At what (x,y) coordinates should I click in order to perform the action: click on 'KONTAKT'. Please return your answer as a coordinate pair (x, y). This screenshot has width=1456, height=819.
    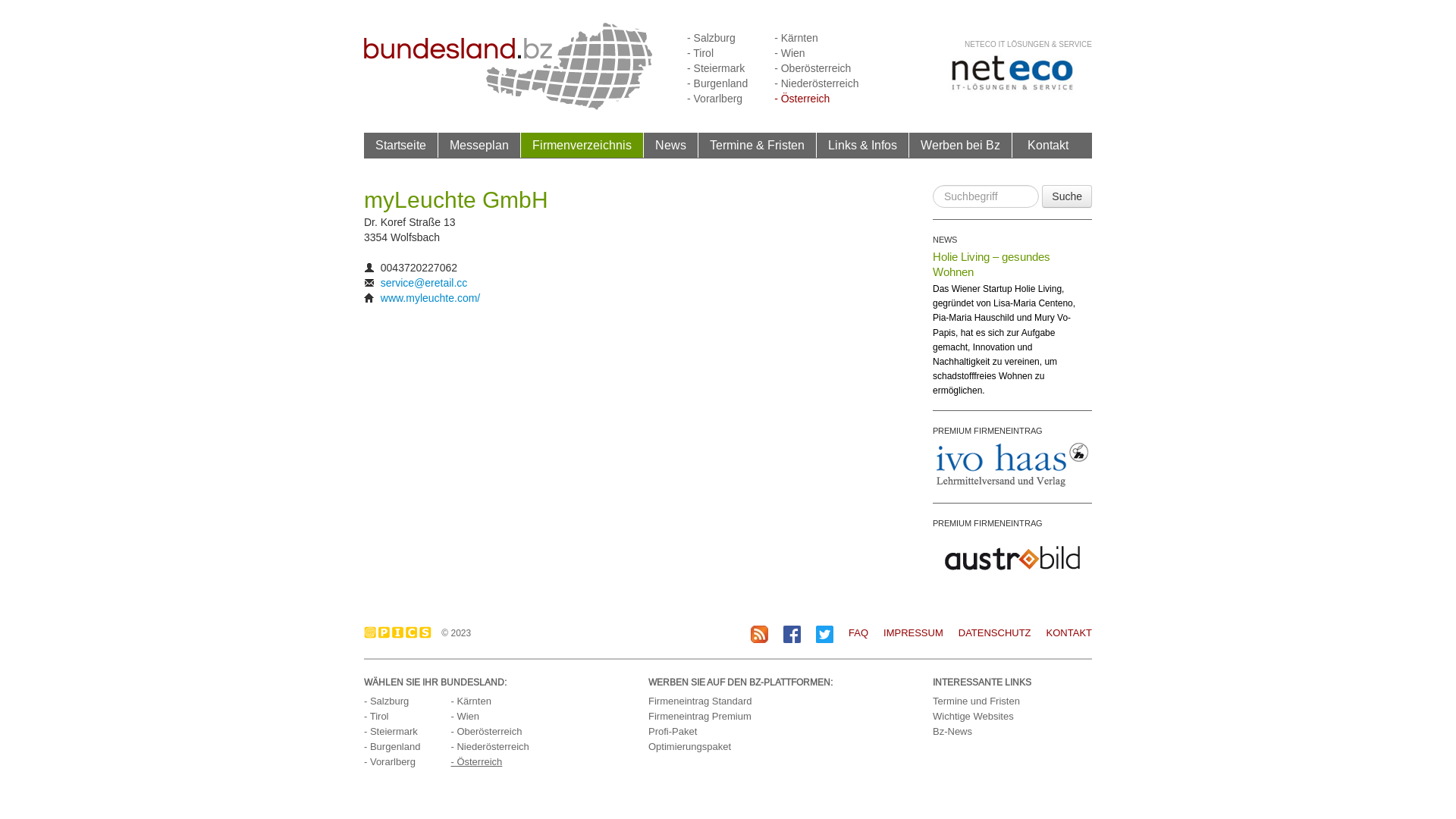
    Looking at the image, I should click on (1068, 632).